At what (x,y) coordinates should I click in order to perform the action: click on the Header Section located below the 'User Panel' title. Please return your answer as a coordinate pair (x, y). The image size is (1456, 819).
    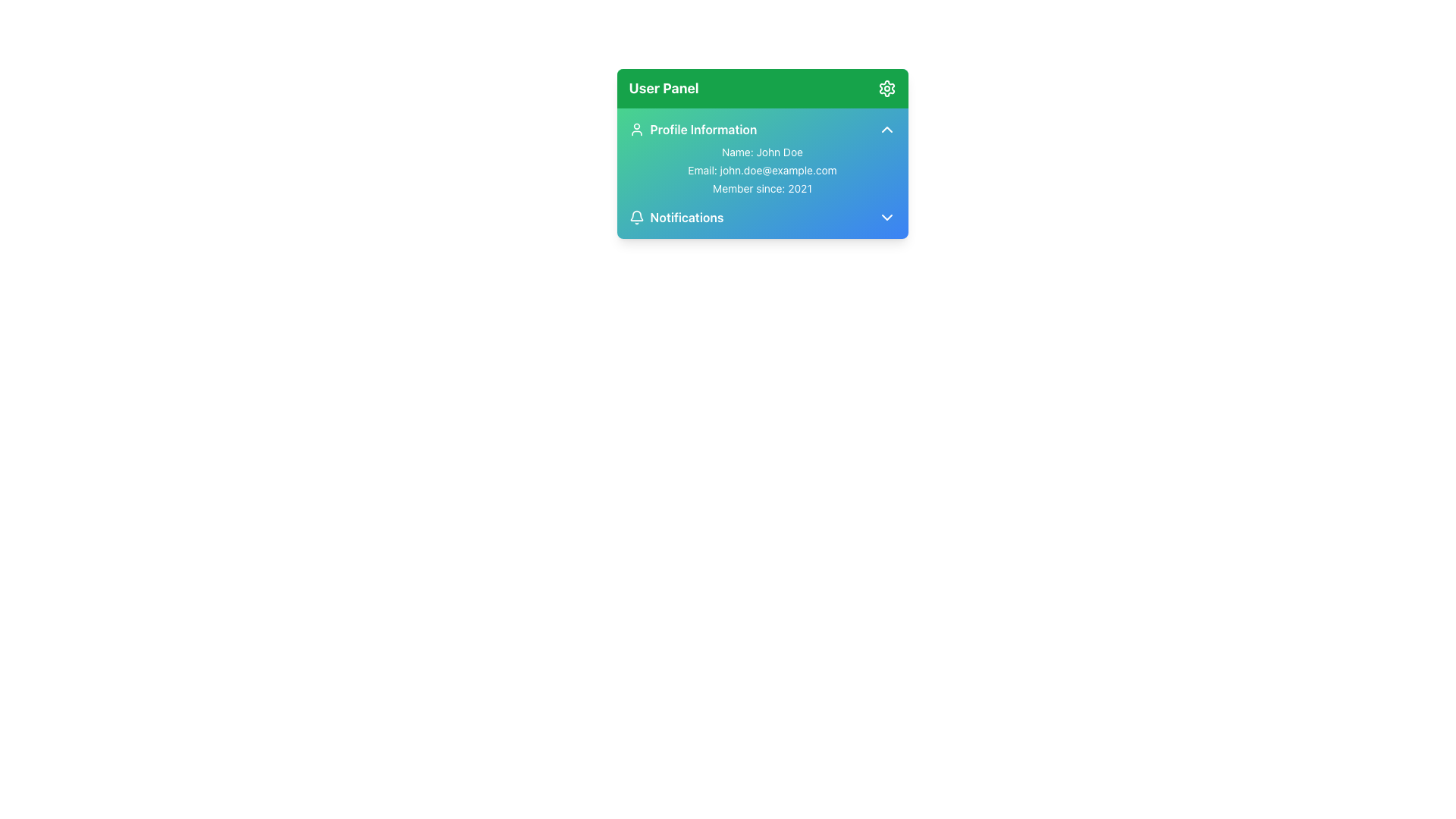
    Looking at the image, I should click on (762, 128).